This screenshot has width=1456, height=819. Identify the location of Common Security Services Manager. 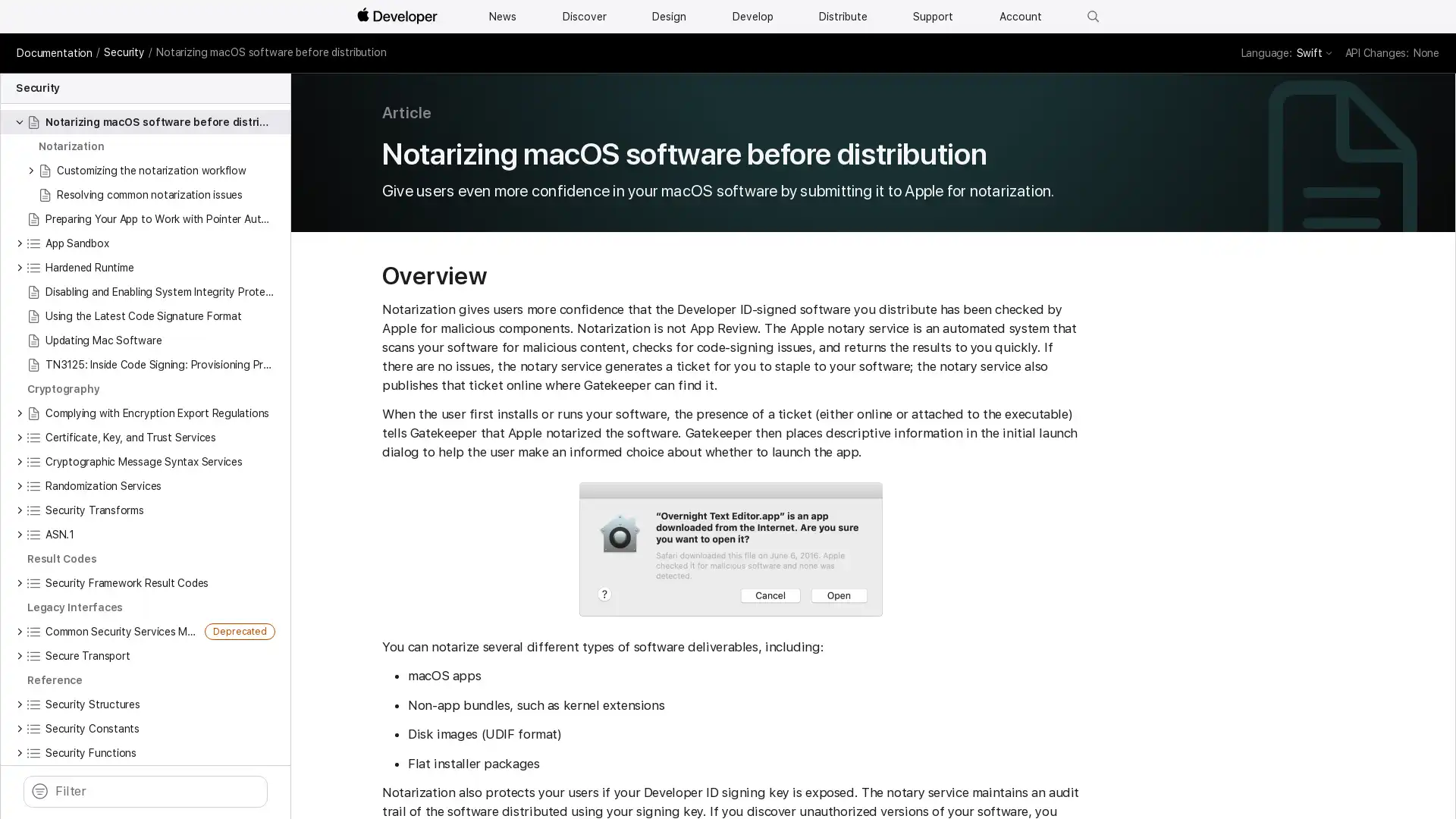
(17, 640).